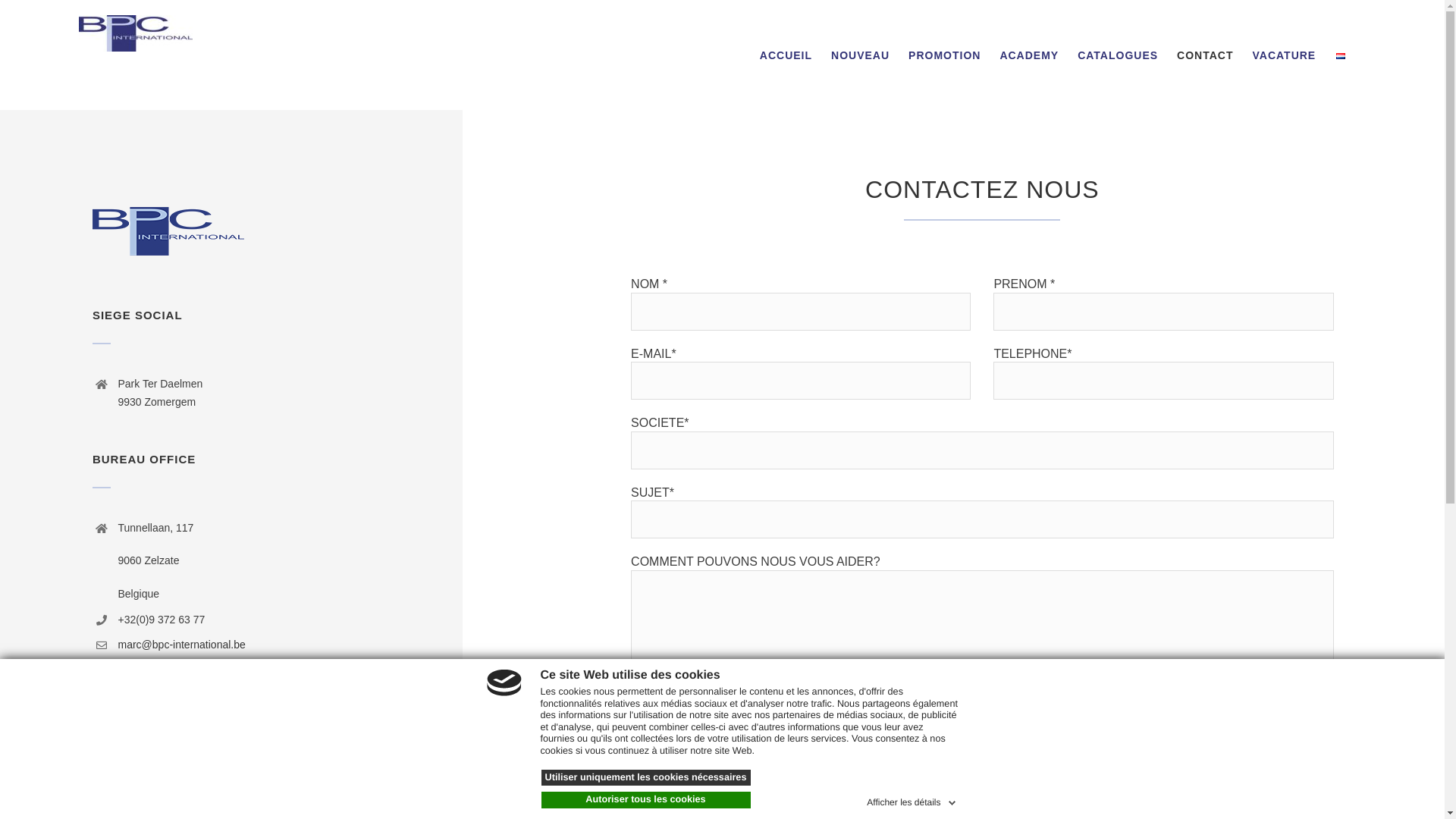 The height and width of the screenshot is (819, 1456). I want to click on 'CONTACT', so click(1203, 54).